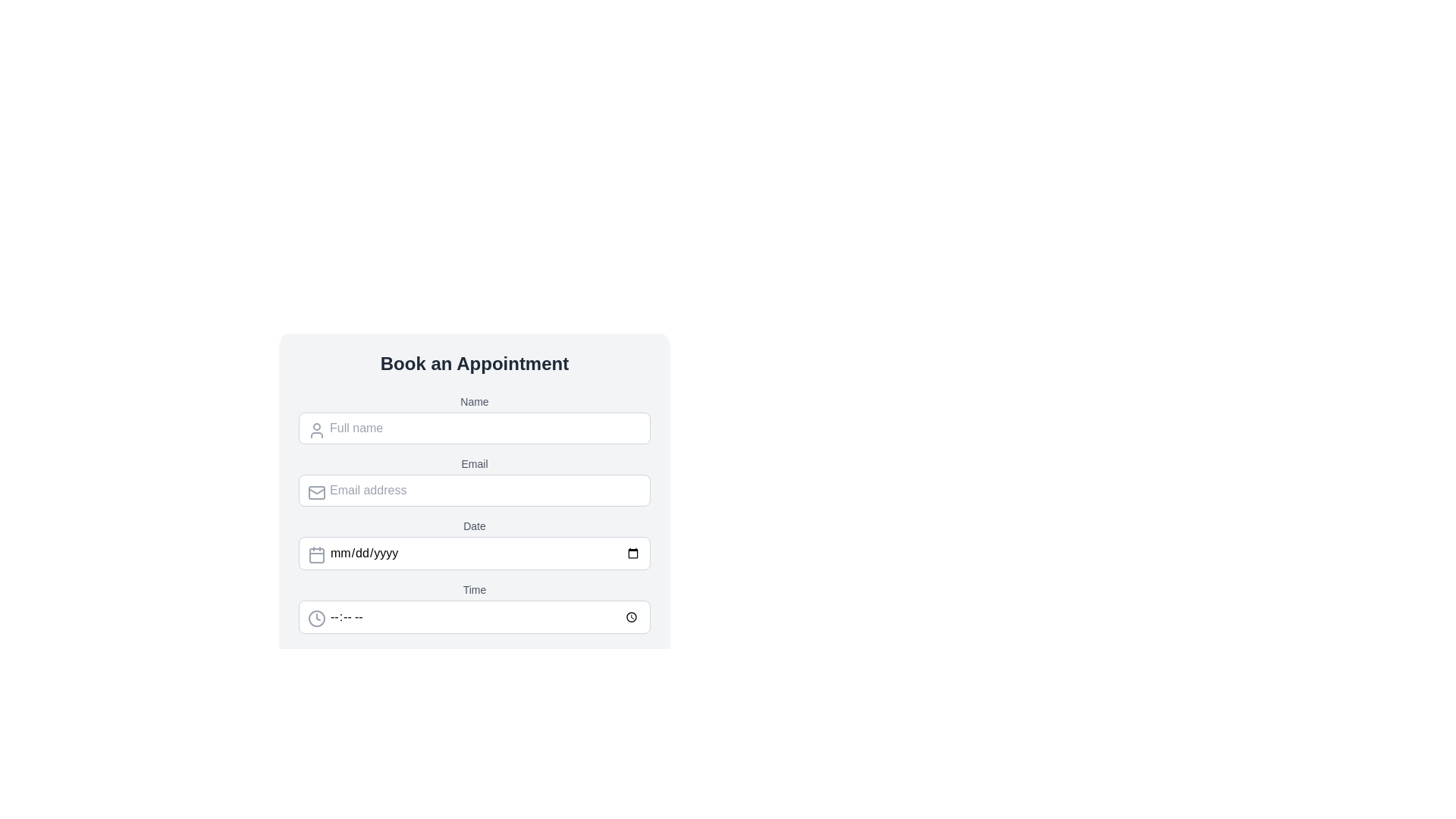  I want to click on the 'Name' text label, which is styled in a smaller font size, medium weight, and gray color, positioned directly above the input field, so click(473, 400).